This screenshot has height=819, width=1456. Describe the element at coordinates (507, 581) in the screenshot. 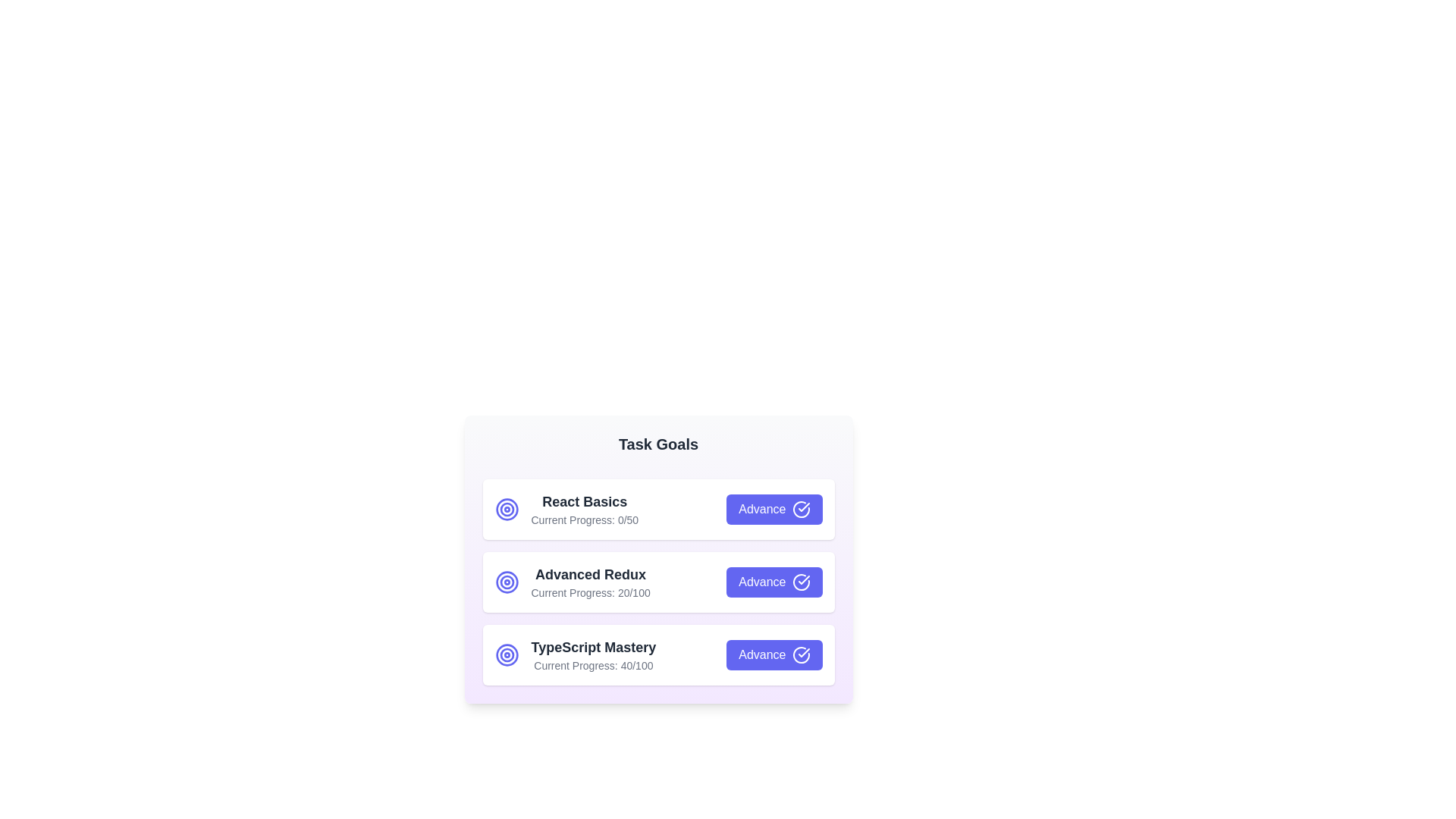

I see `the outermost circle of the concentric set of circles representing a target, located adjacent to the 'Advanced Redux' text in the 'Task Goals' section` at that location.